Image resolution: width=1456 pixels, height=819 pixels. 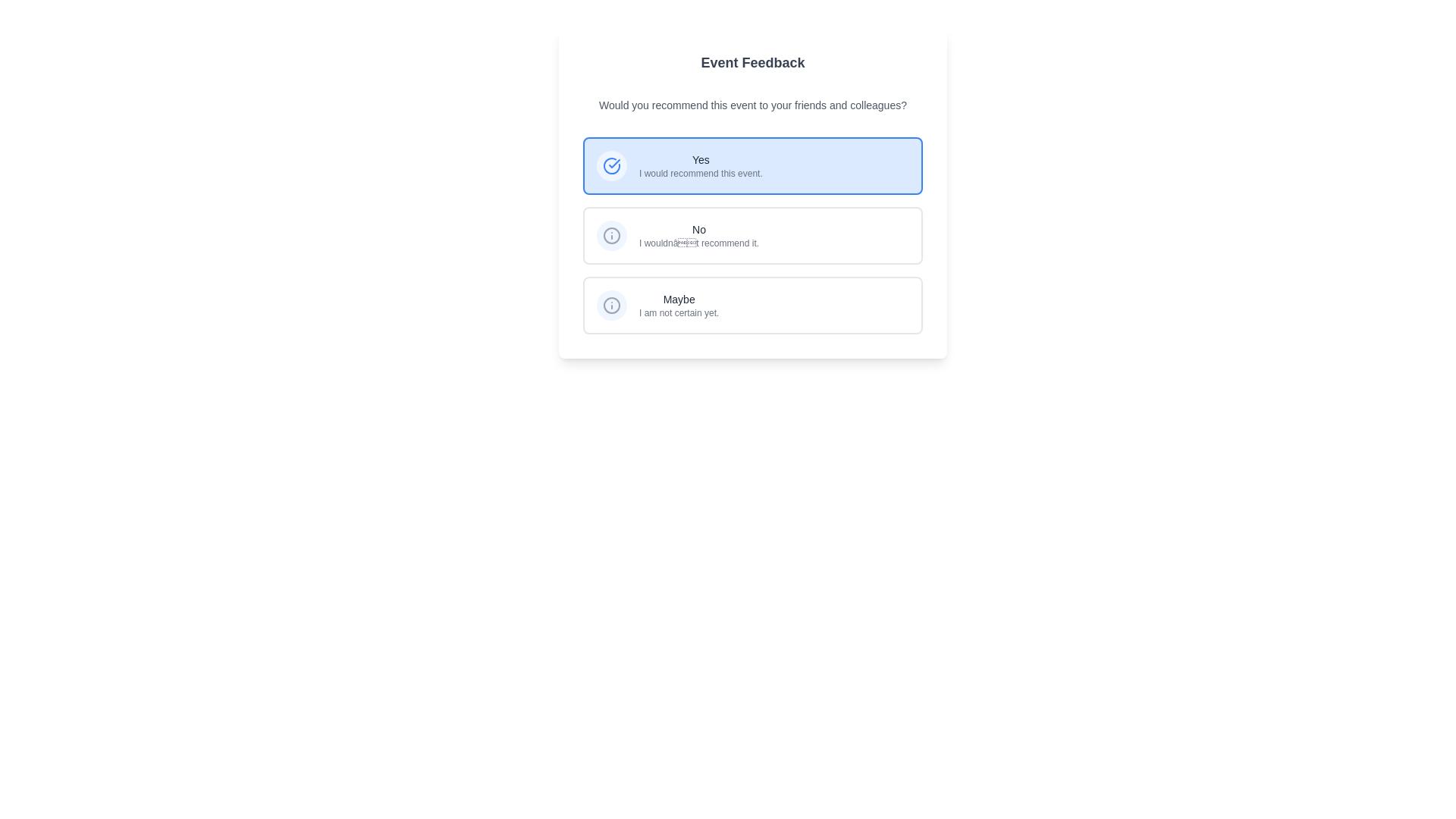 What do you see at coordinates (698, 230) in the screenshot?
I see `the text label 'No' that is displayed in regular font weight, located below the 'Yes' option in the middle selection of a vertical list of options` at bounding box center [698, 230].